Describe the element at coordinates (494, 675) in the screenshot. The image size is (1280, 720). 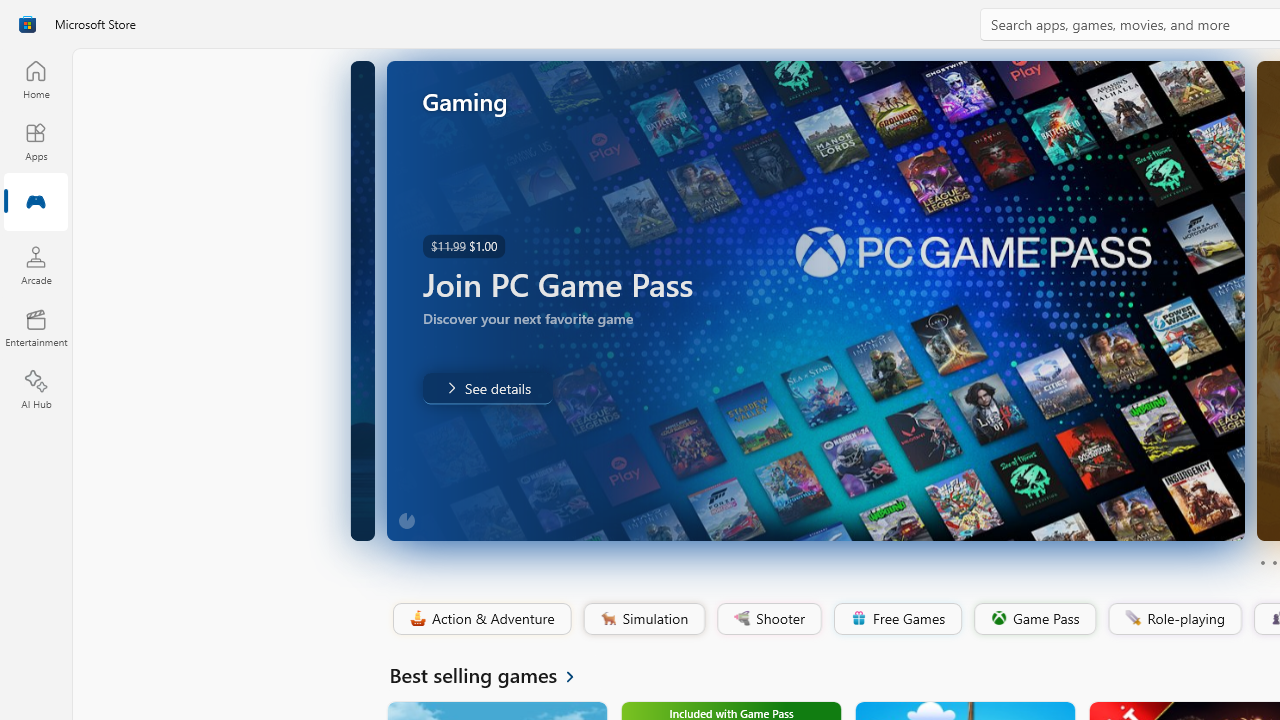
I see `'See all  Best selling games'` at that location.